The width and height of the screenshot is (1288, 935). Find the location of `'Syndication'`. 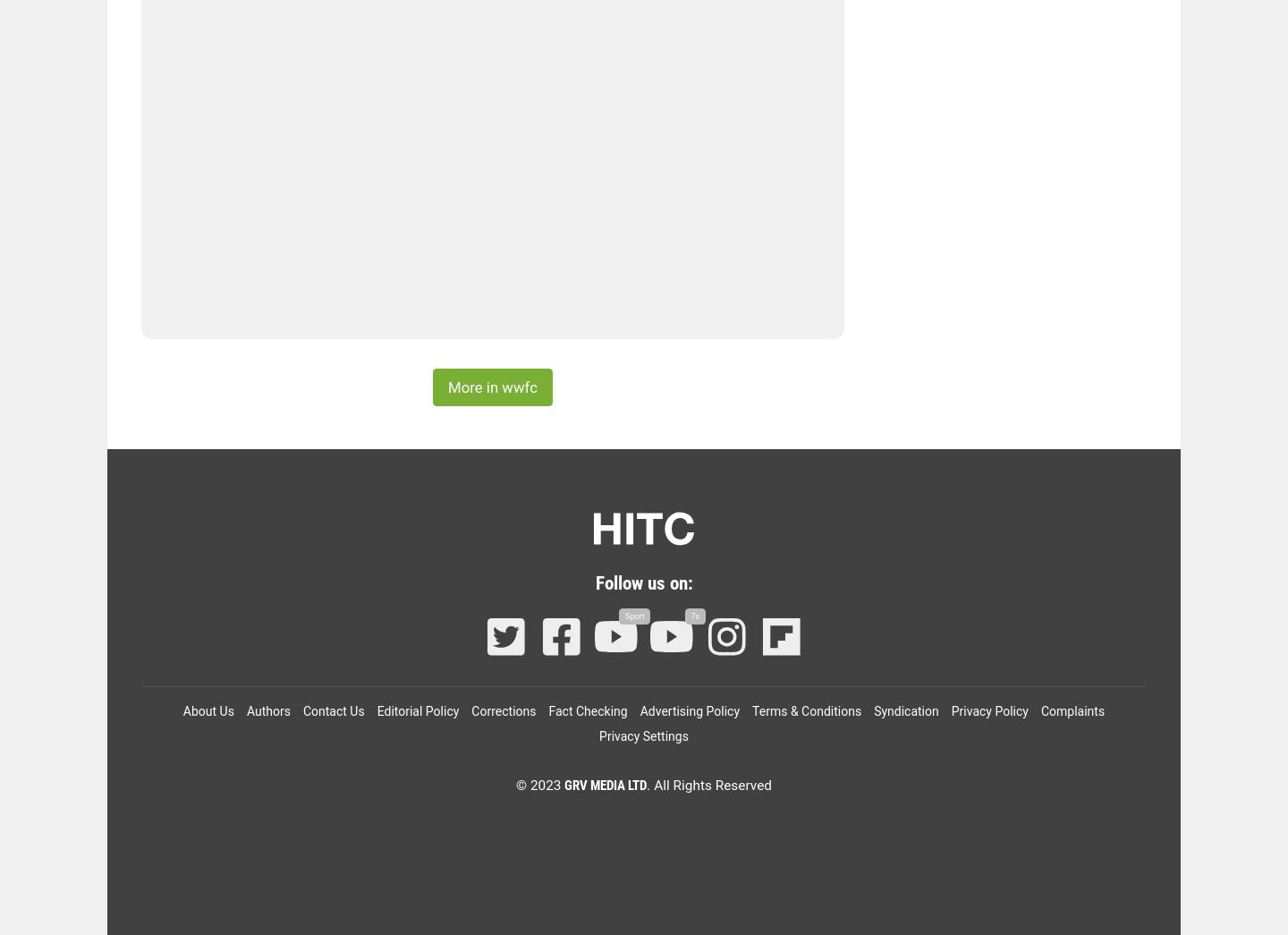

'Syndication' is located at coordinates (905, 711).